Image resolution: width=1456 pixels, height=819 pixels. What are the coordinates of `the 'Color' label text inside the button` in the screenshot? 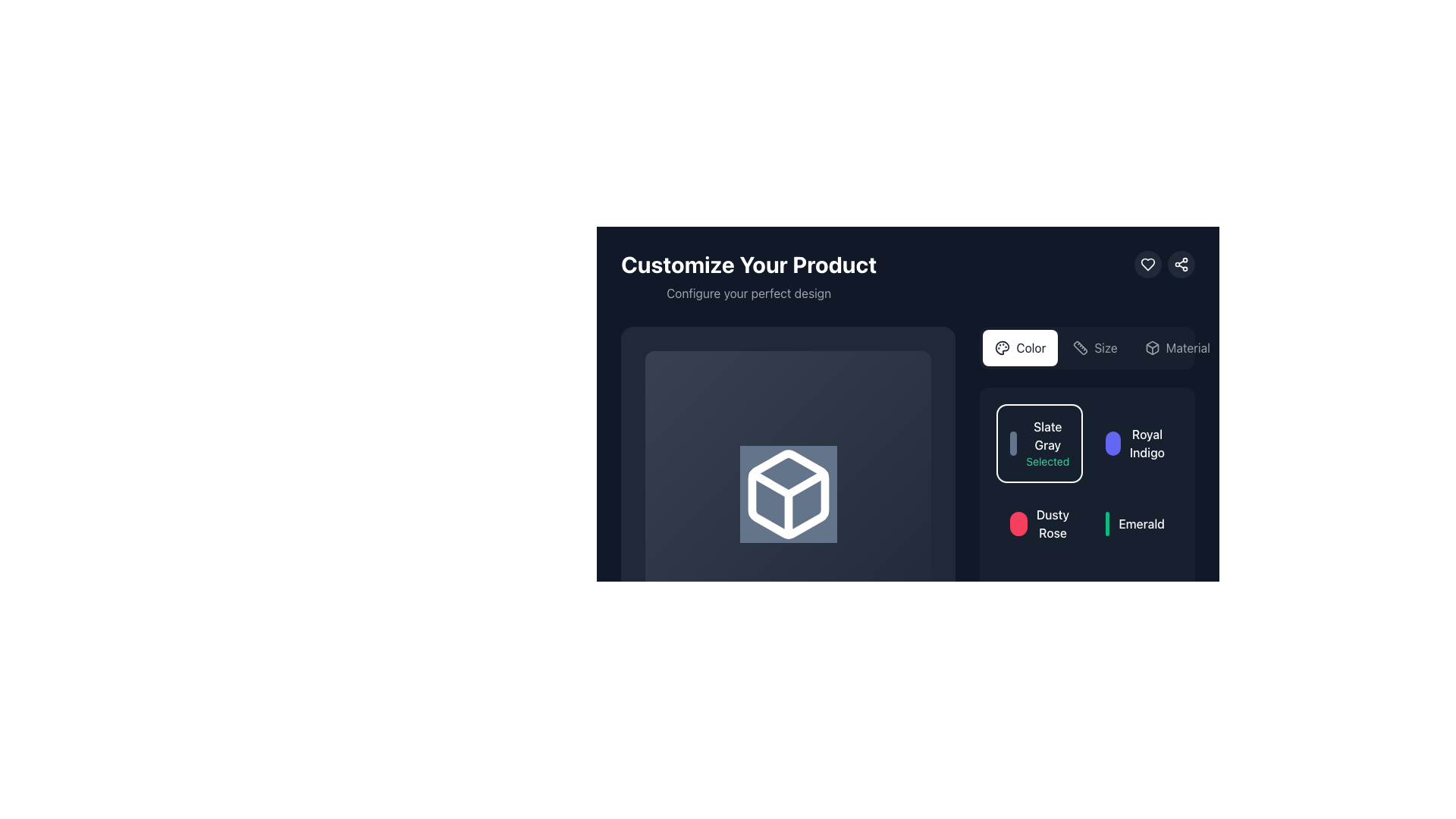 It's located at (1031, 348).